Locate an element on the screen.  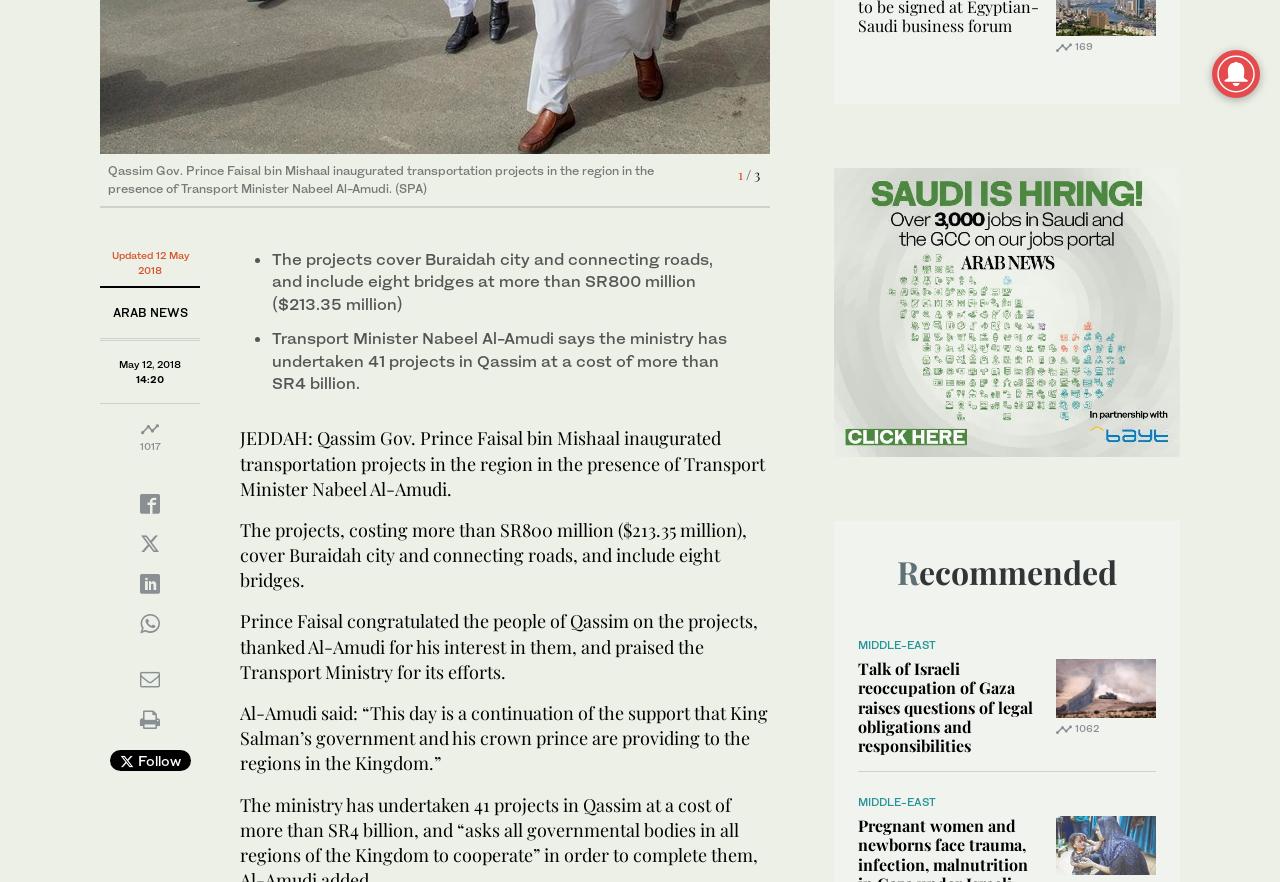
'Recommended' is located at coordinates (1006, 570).